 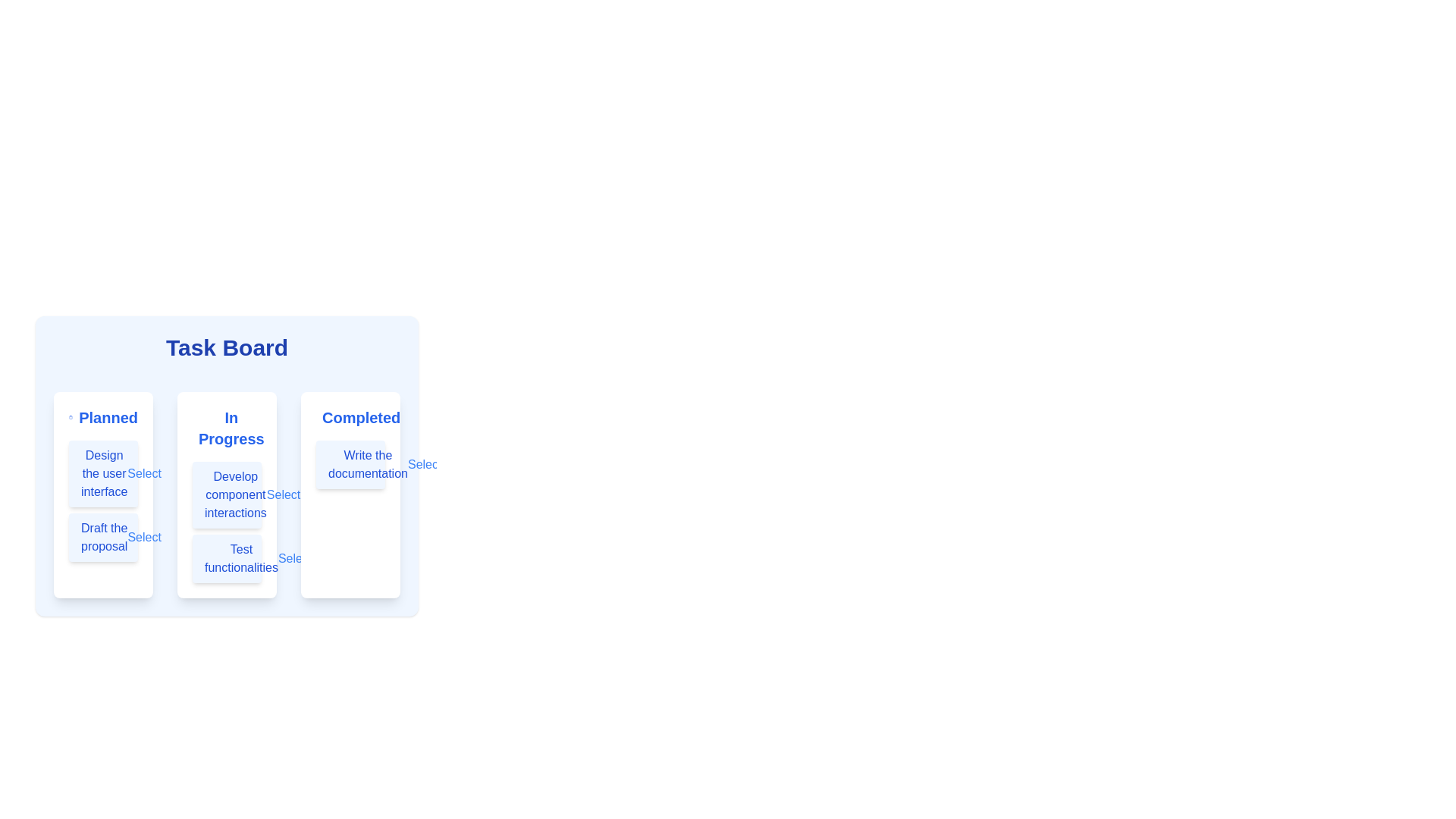 I want to click on the inner elements of the 'In Progress' category card located in the task board interface, which is the second card from the left, so click(x=226, y=465).